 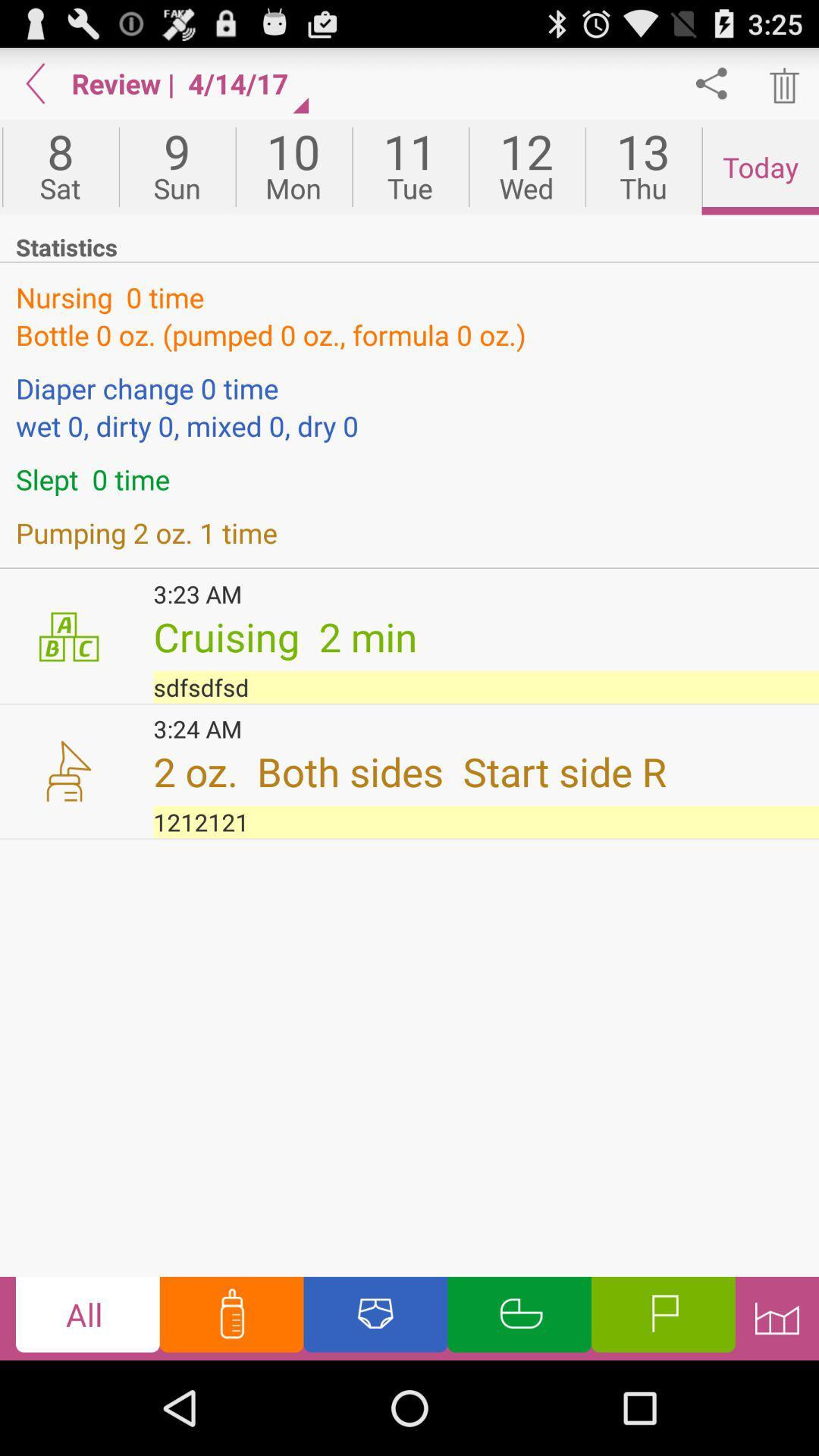 I want to click on sharing, so click(x=711, y=83).